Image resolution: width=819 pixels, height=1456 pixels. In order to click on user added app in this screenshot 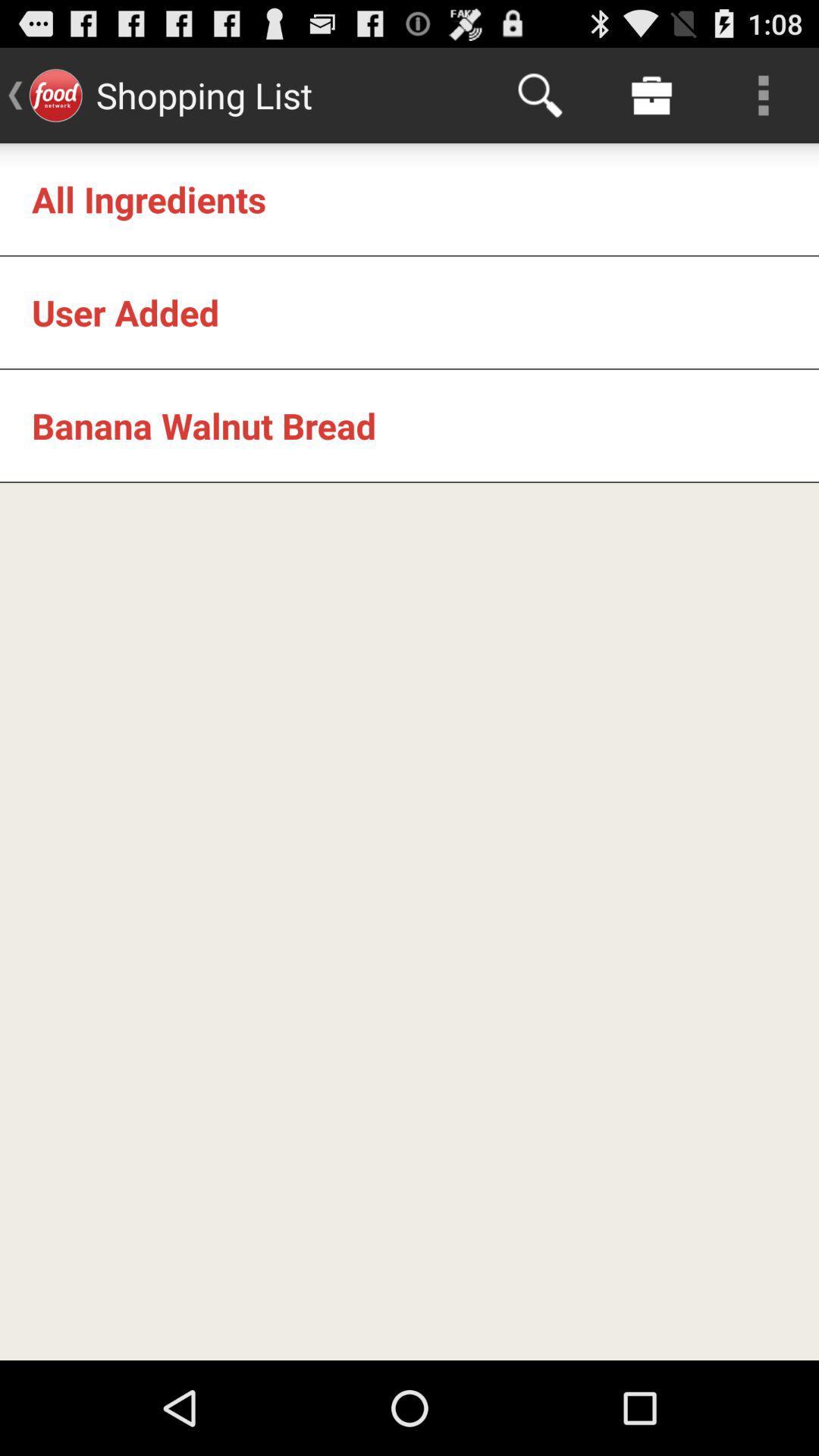, I will do `click(124, 312)`.